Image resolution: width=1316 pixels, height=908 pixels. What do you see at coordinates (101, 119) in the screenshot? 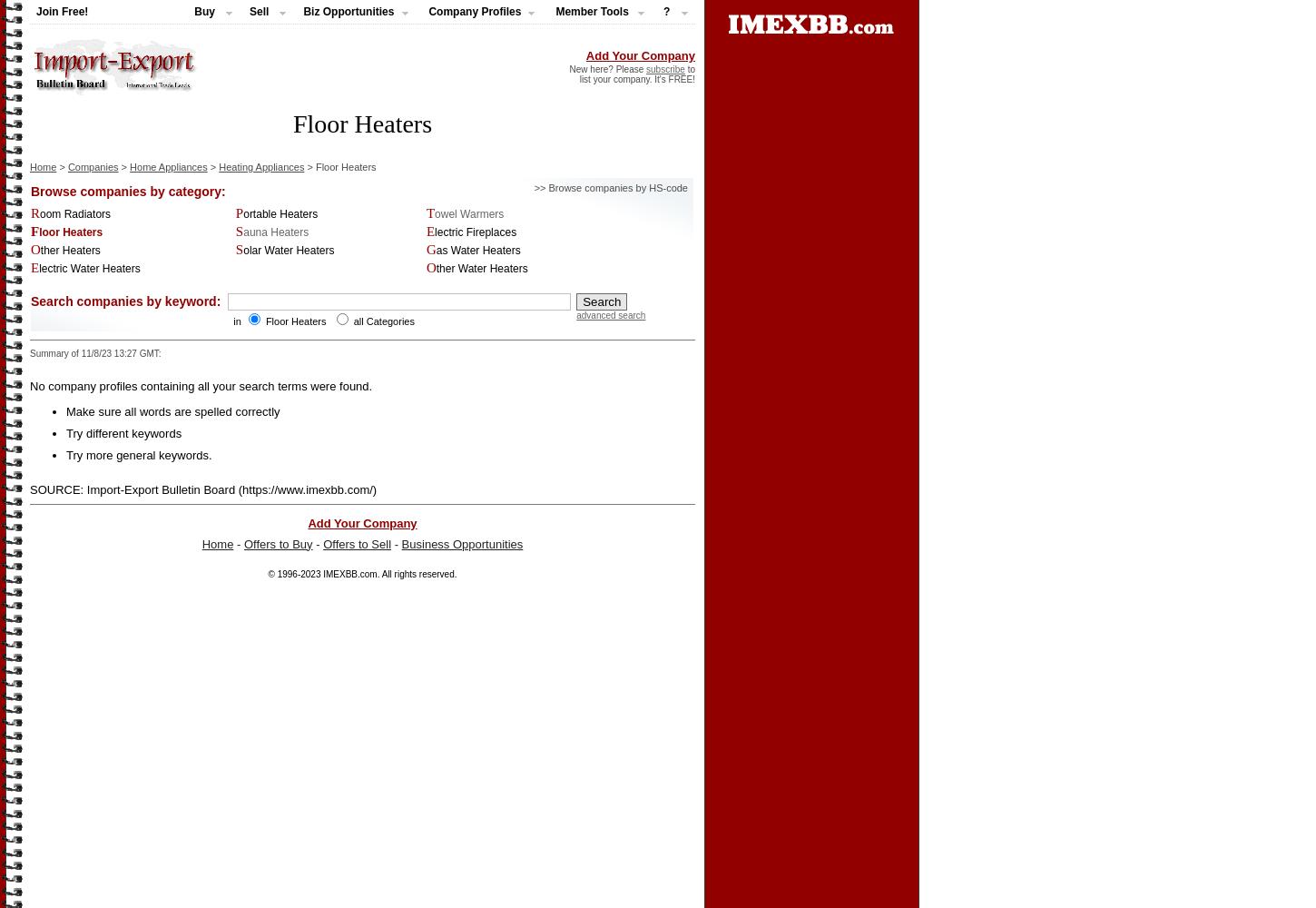
I see `'Update your Company Profile'` at bounding box center [101, 119].